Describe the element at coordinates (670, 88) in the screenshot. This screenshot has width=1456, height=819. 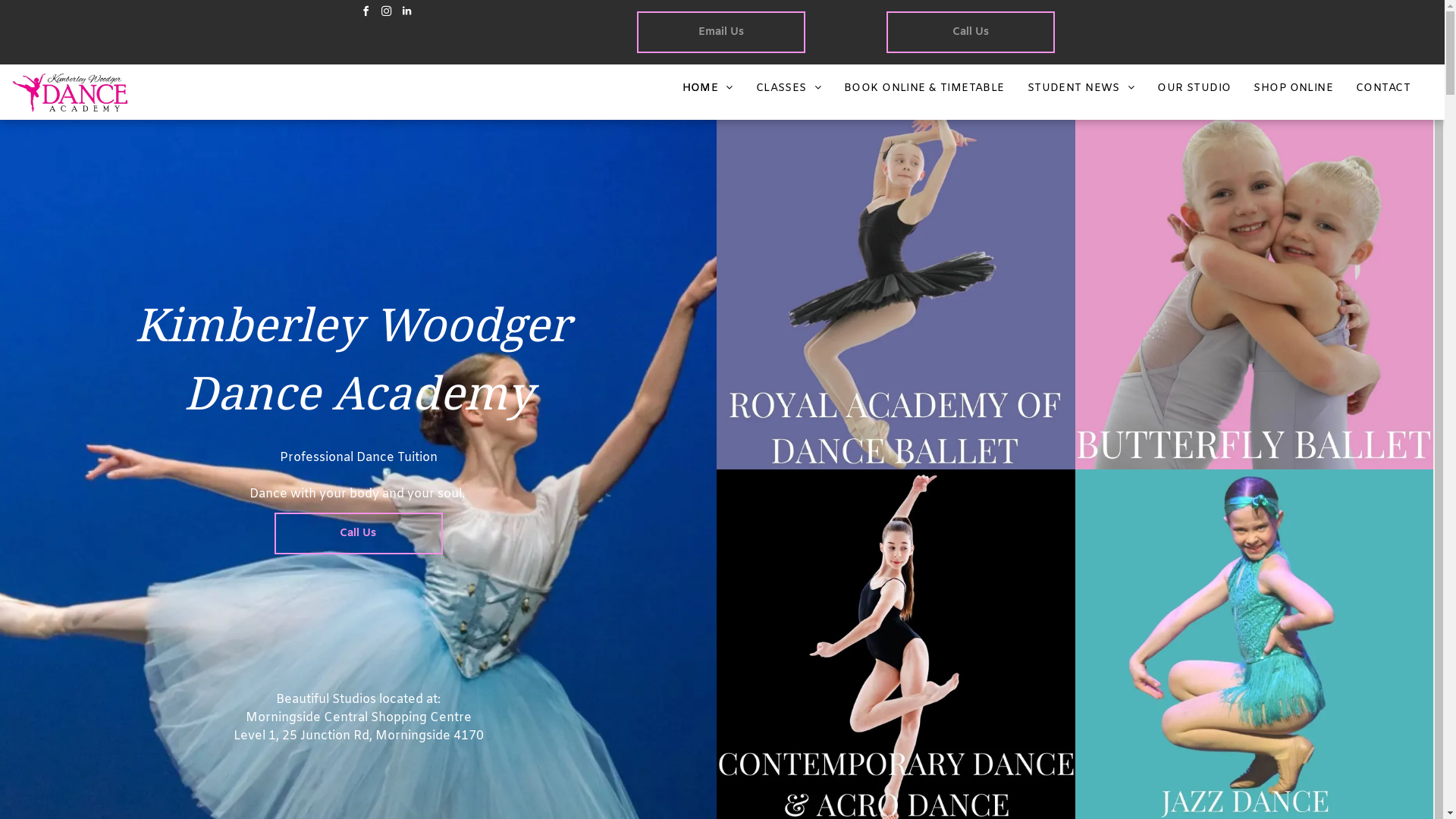
I see `'HOME'` at that location.